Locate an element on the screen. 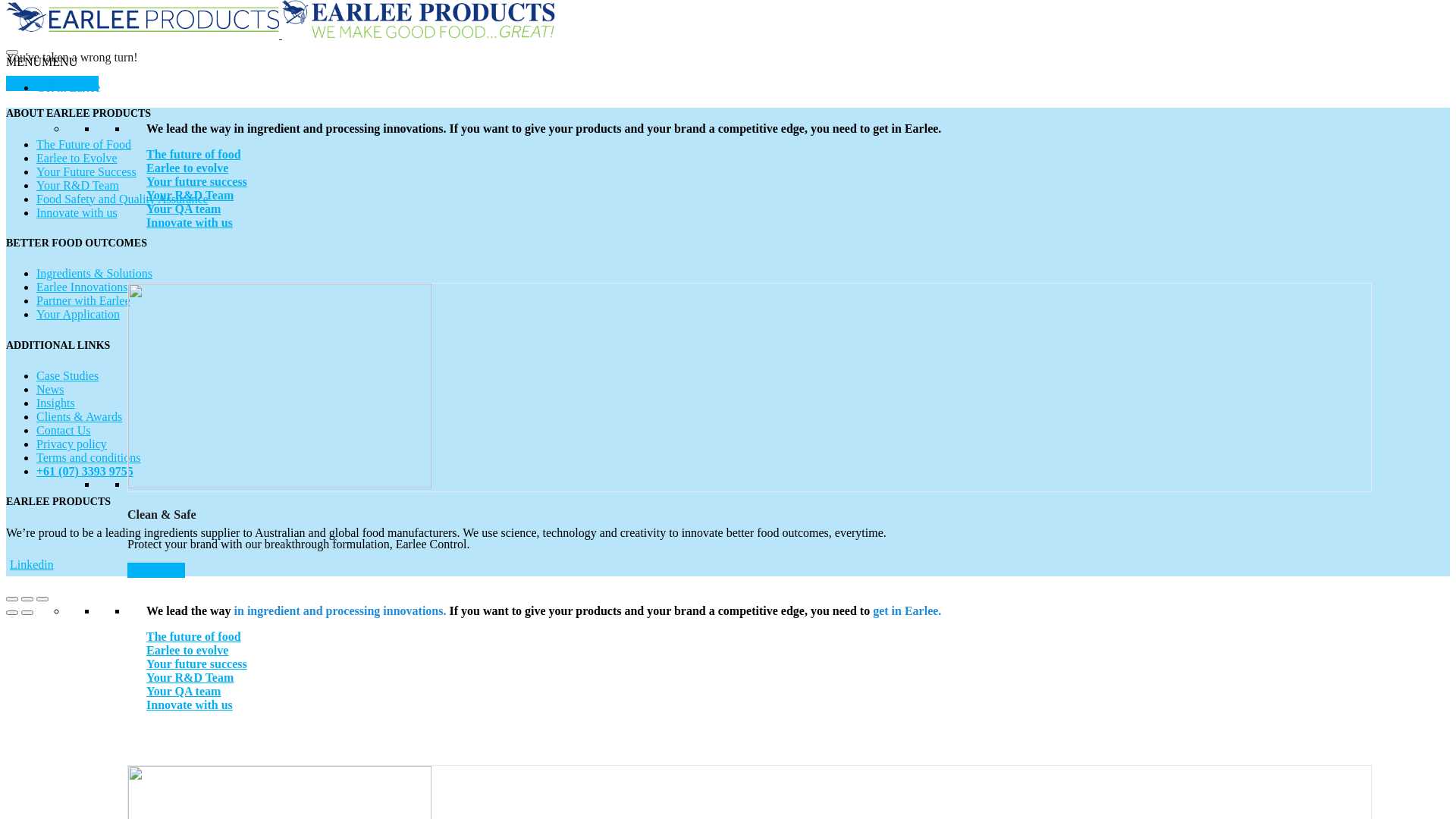 This screenshot has height=819, width=1456. 'Privacy policy' is located at coordinates (71, 444).